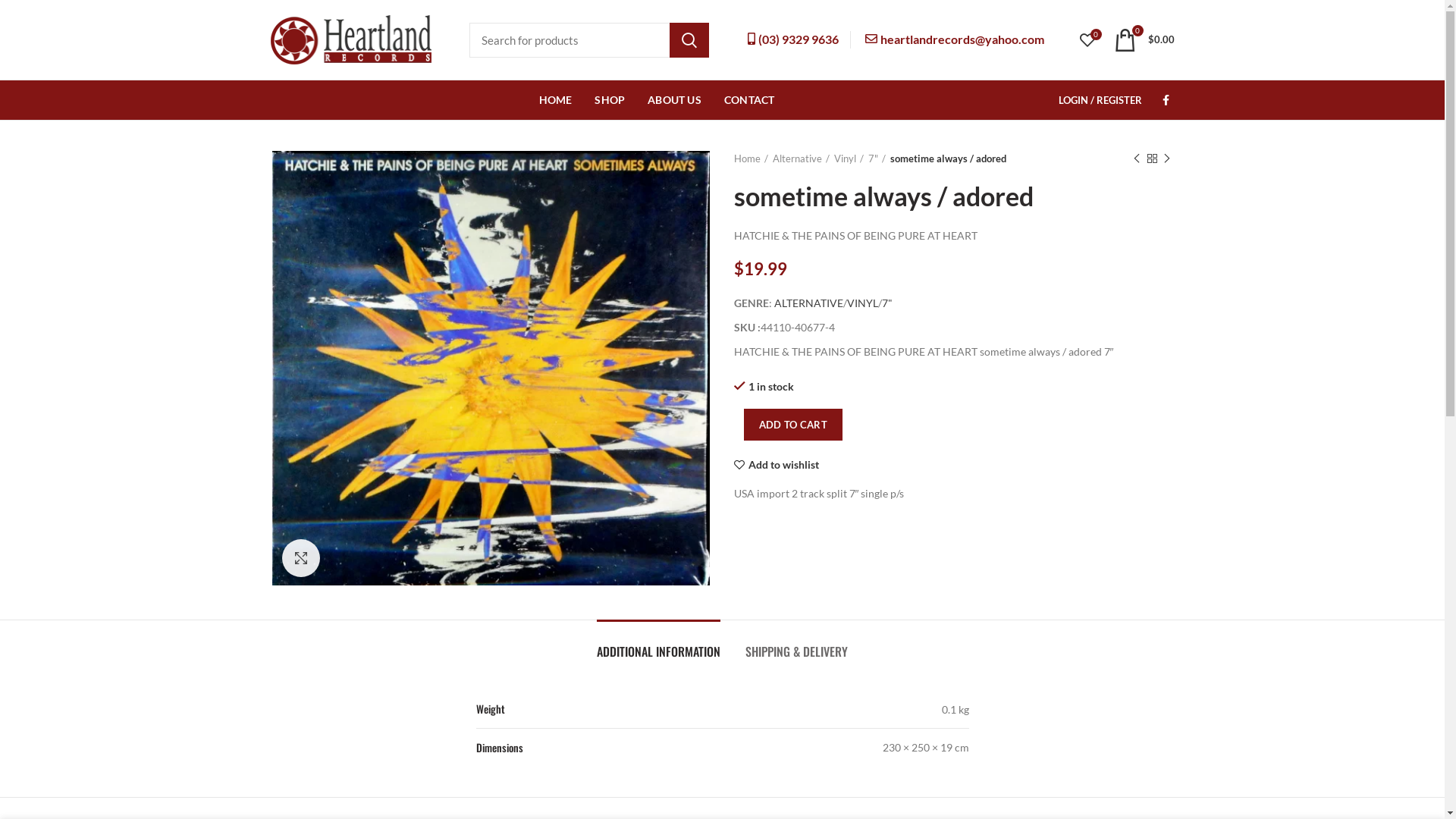 This screenshot has height=819, width=1456. Describe the element at coordinates (688, 39) in the screenshot. I see `'SEARCH'` at that location.